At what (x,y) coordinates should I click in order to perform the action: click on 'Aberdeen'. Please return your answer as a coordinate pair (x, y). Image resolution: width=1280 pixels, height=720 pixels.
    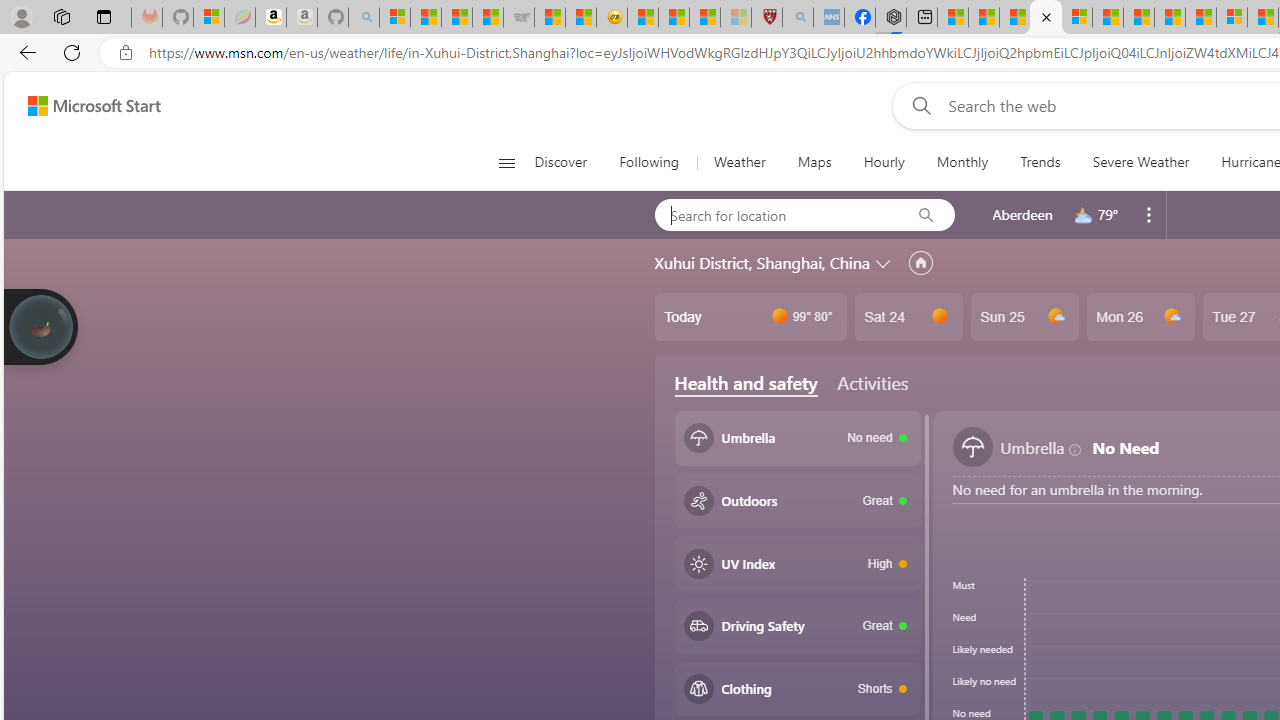
    Looking at the image, I should click on (1022, 214).